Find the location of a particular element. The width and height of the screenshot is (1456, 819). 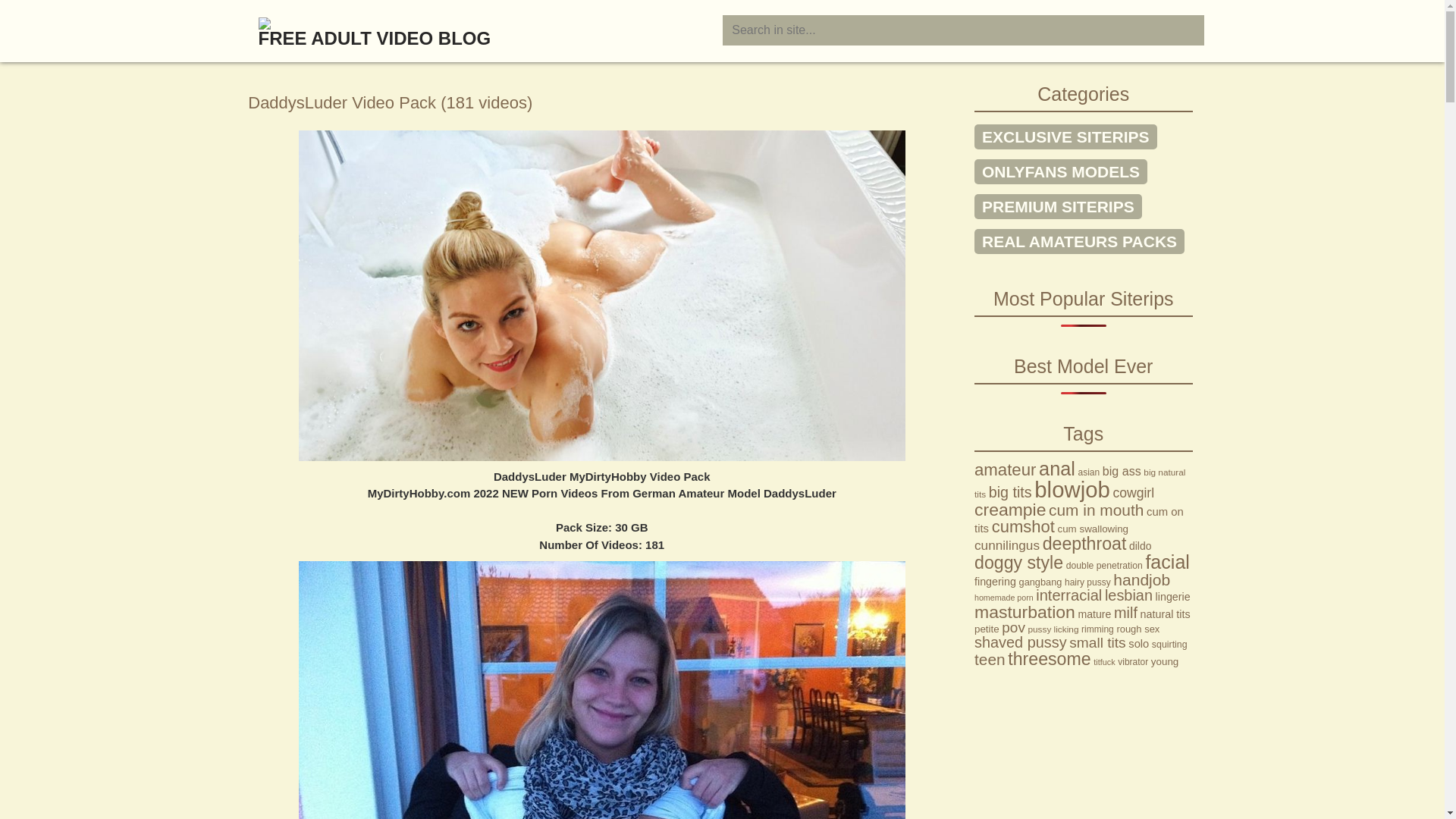

'gangbang' is located at coordinates (1040, 581).